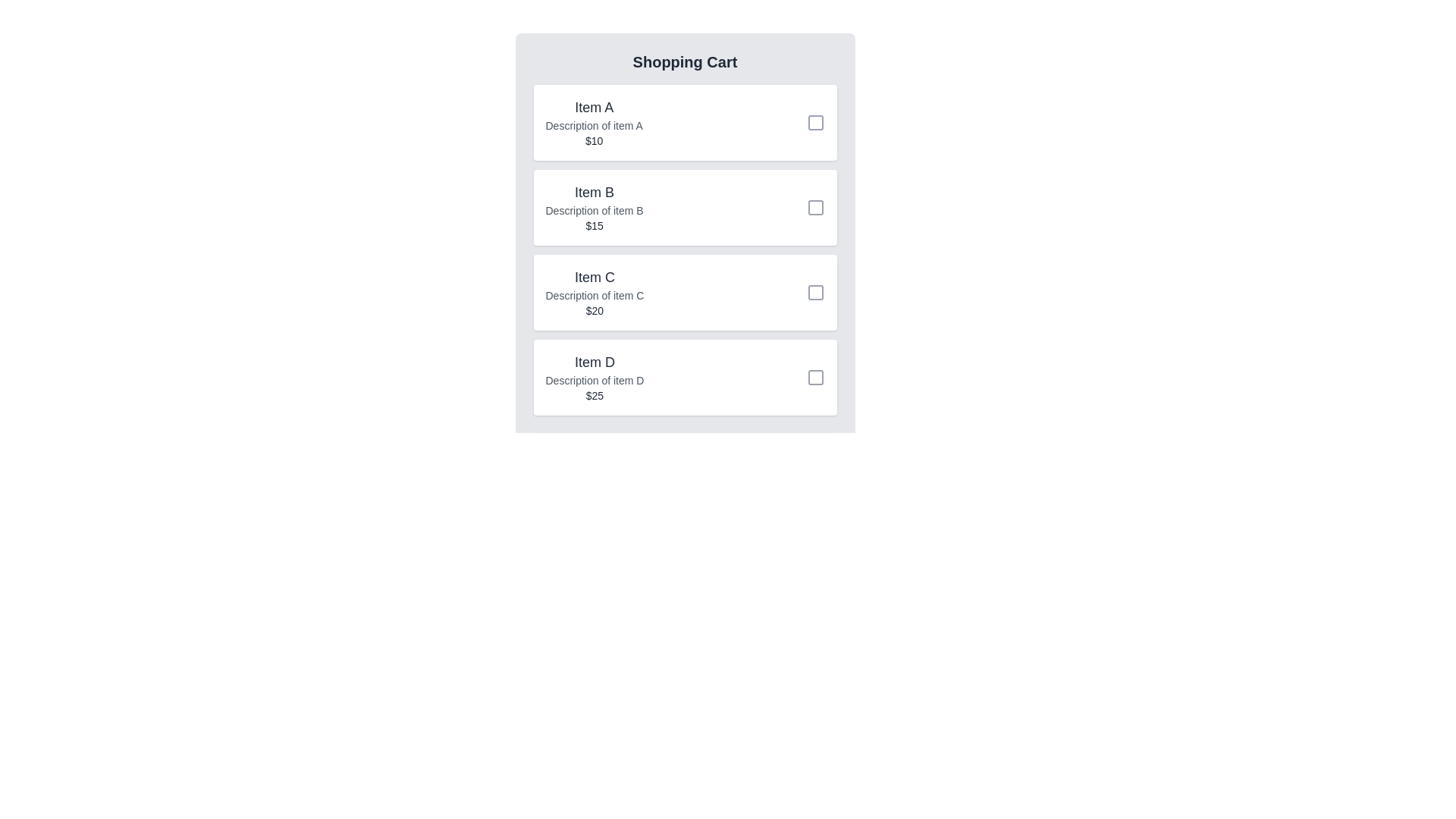  What do you see at coordinates (593, 124) in the screenshot?
I see `text block that says 'Description of item A', which is styled in gray color and located between 'Item A' and the price '$10' in the shopping cart interface` at bounding box center [593, 124].